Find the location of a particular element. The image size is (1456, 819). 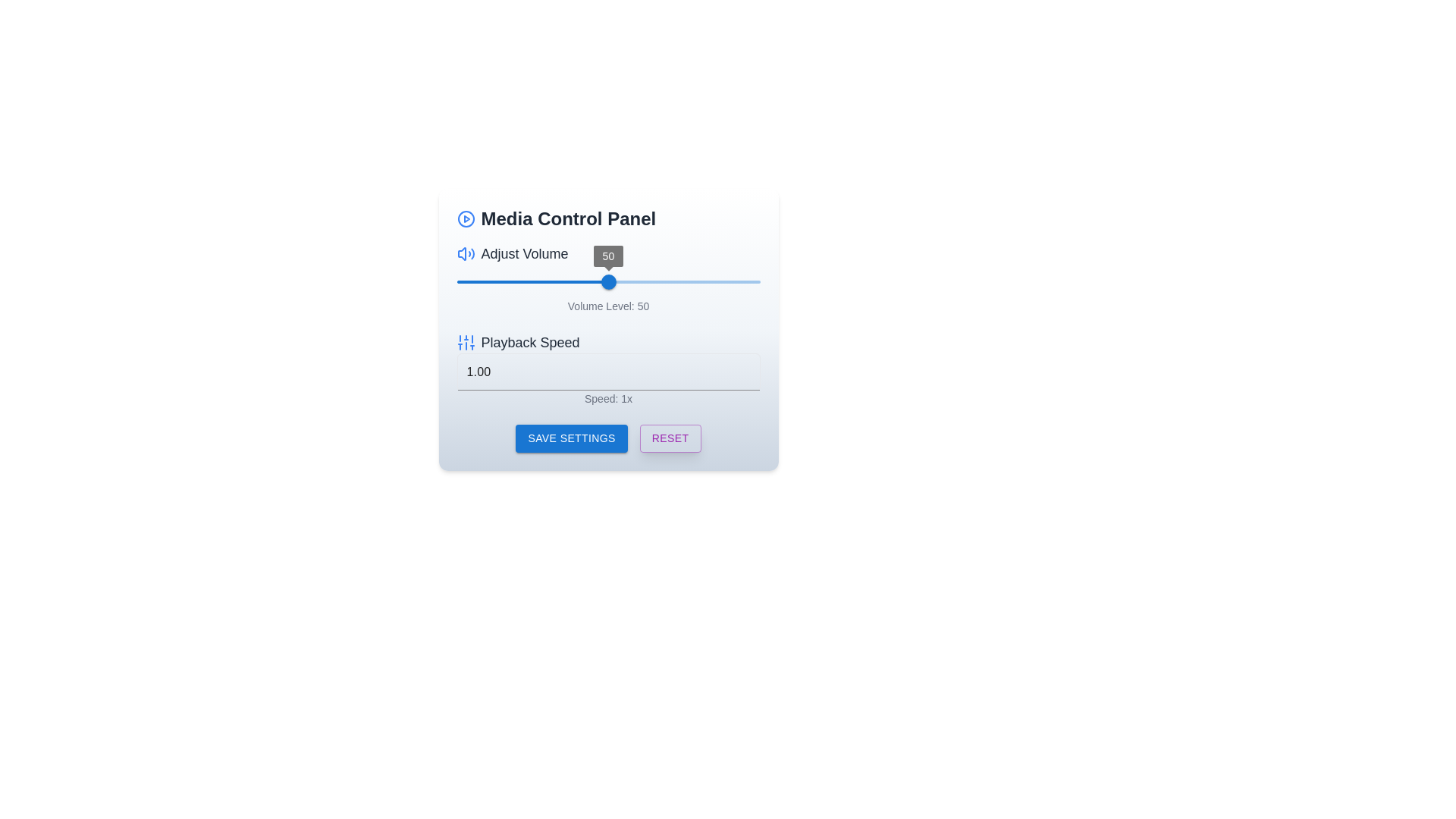

volume is located at coordinates (680, 281).